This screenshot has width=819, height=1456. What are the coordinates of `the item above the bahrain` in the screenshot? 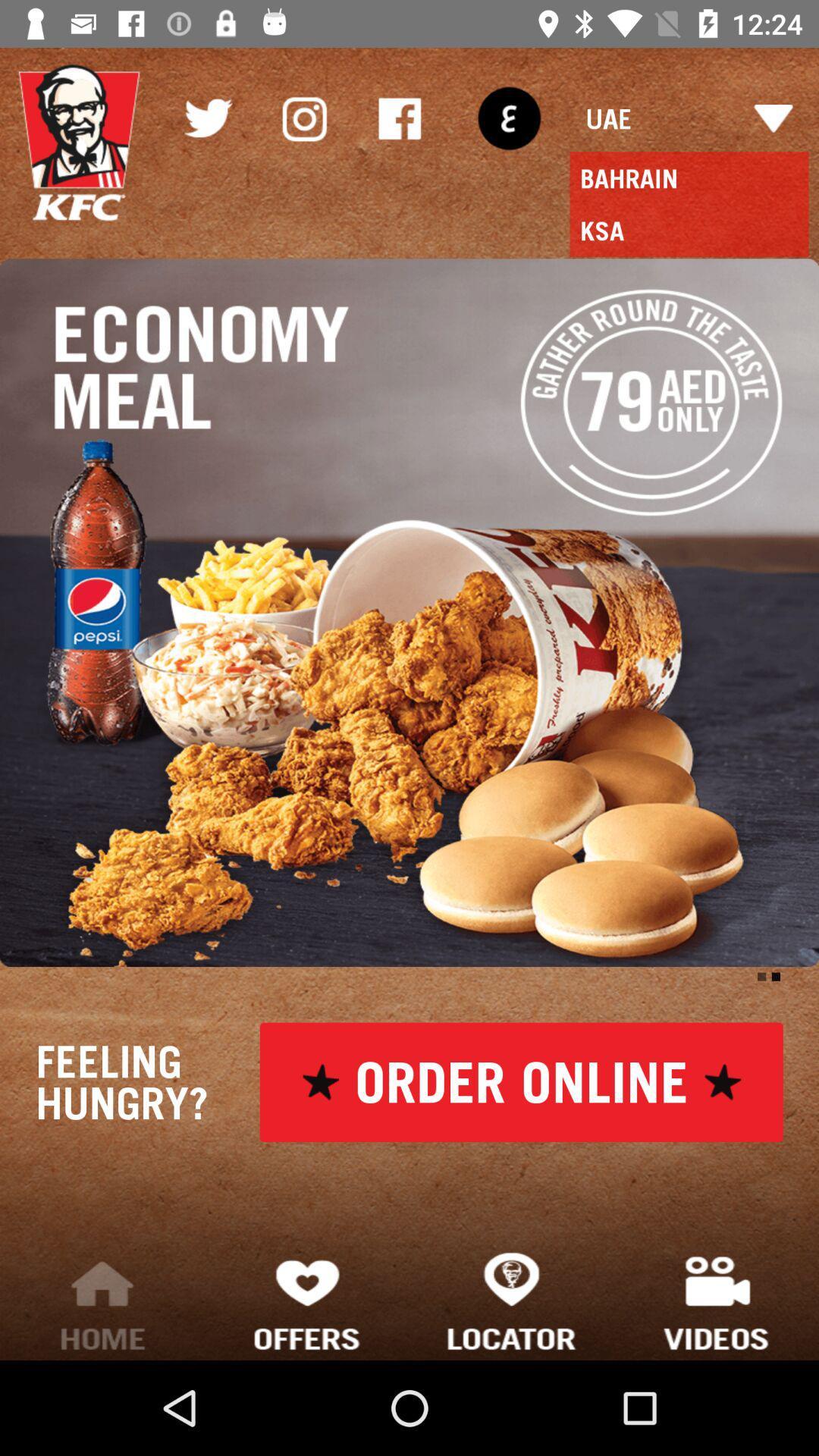 It's located at (689, 118).